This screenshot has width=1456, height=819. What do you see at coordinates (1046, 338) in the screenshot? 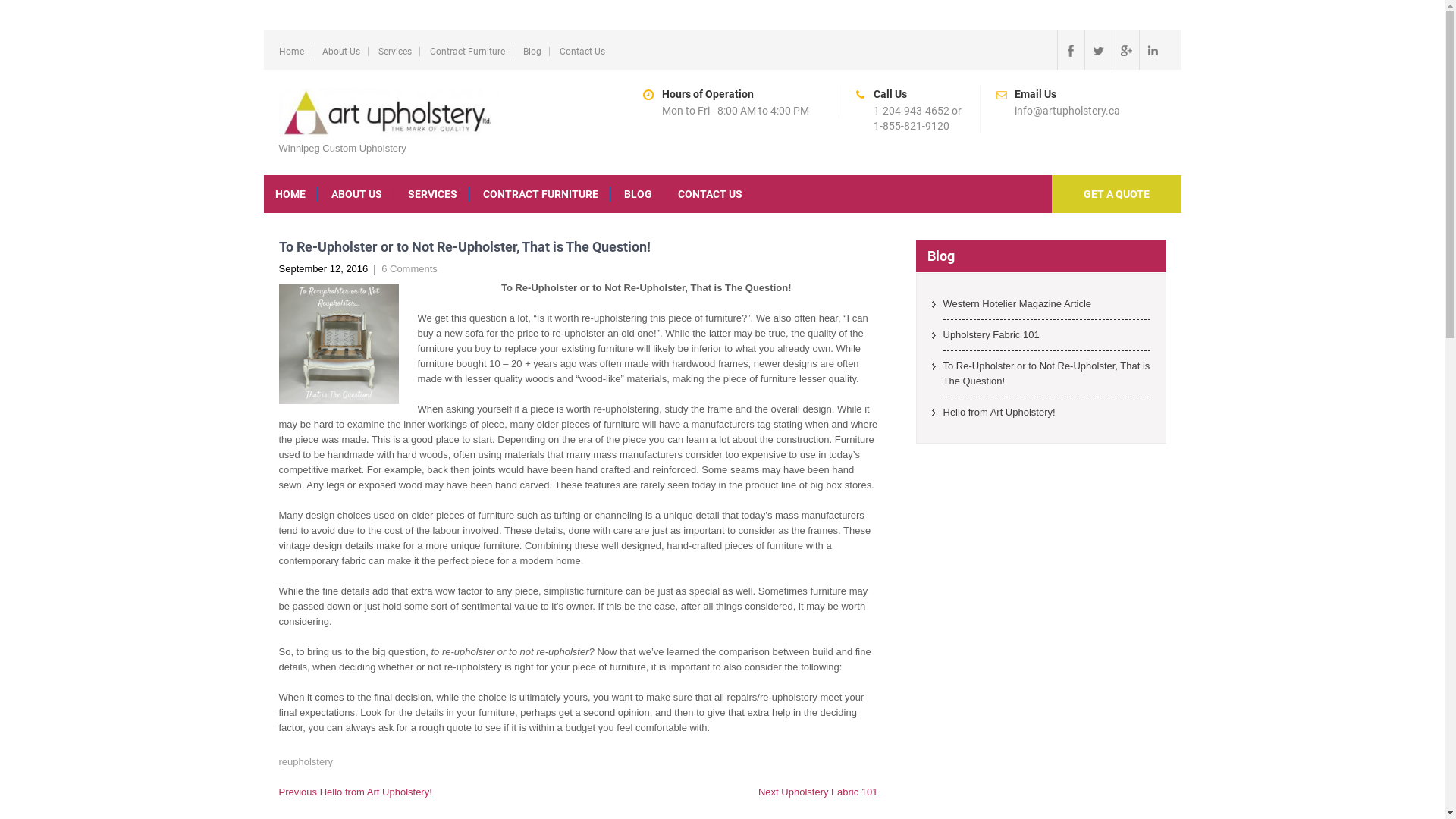
I see `'Upholstery Fabric 101'` at bounding box center [1046, 338].